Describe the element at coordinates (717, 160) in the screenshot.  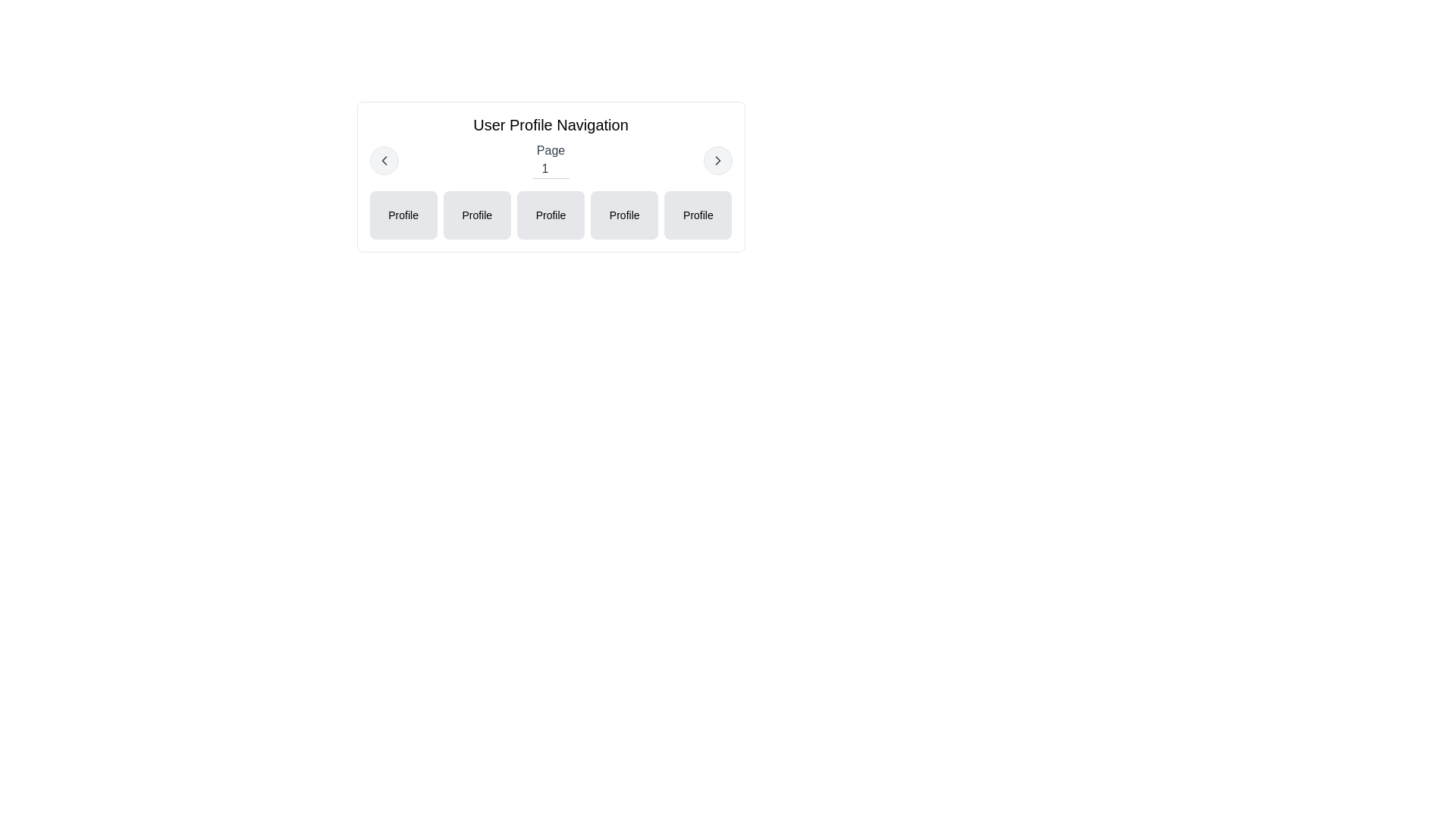
I see `the Chevron Right icon, which is located inside a circular button at the right edge of the navigation section` at that location.